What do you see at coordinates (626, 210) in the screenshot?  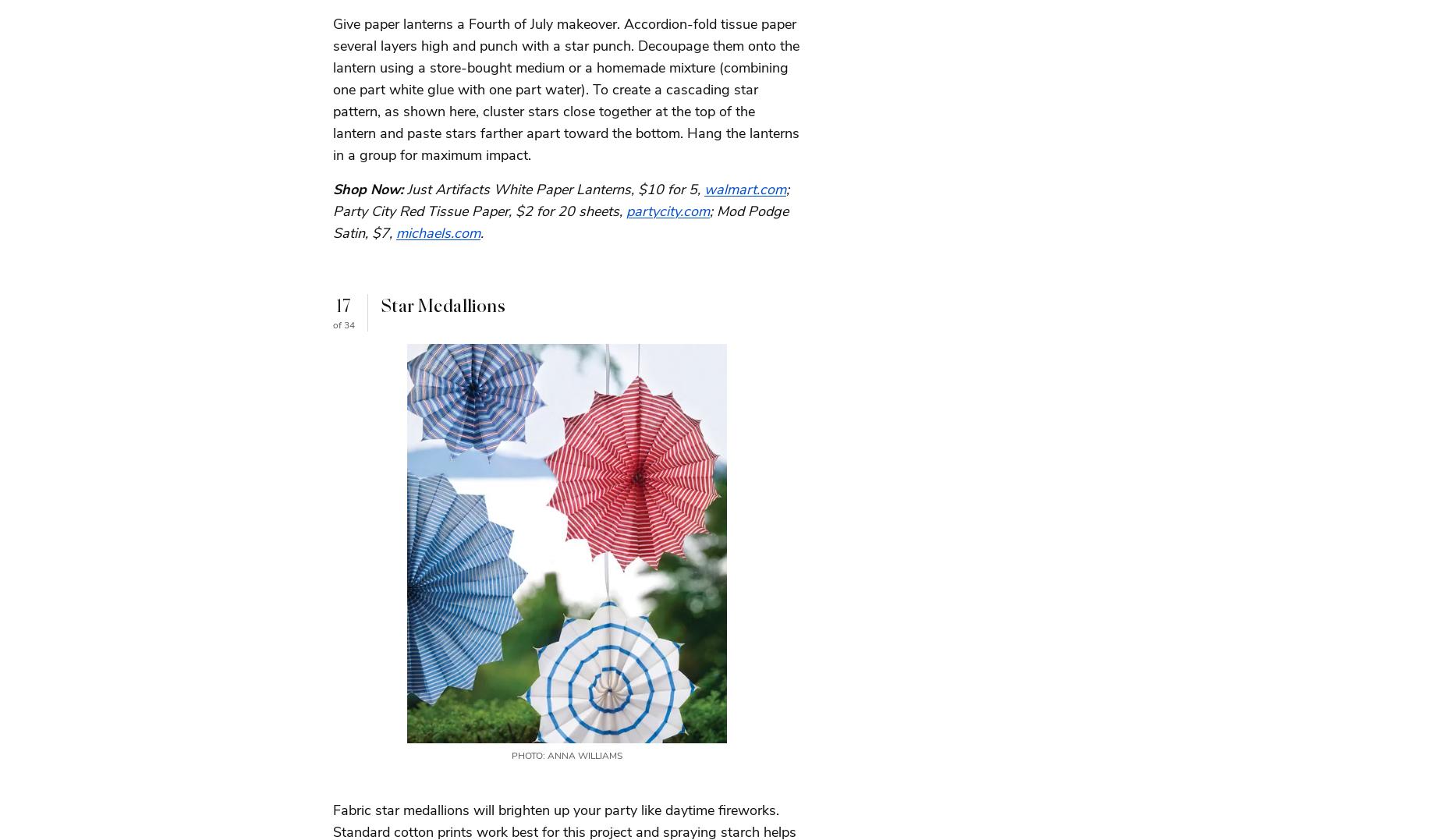 I see `'partycity.com'` at bounding box center [626, 210].